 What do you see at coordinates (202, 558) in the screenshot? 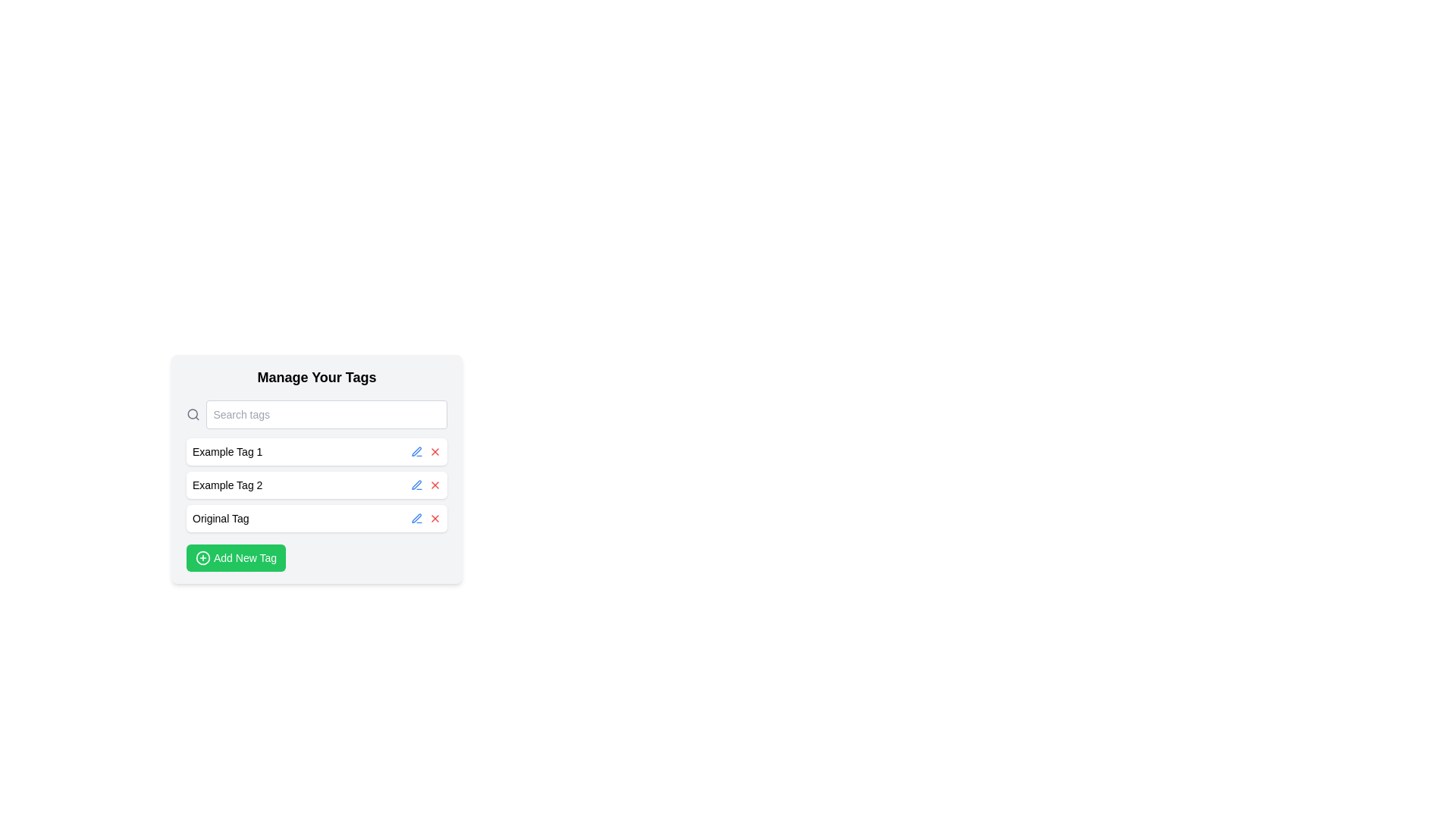
I see `the '+' icon enclosed in a circle with a green background, located to the left of the 'Add New Tag' button at the bottom of the interface` at bounding box center [202, 558].